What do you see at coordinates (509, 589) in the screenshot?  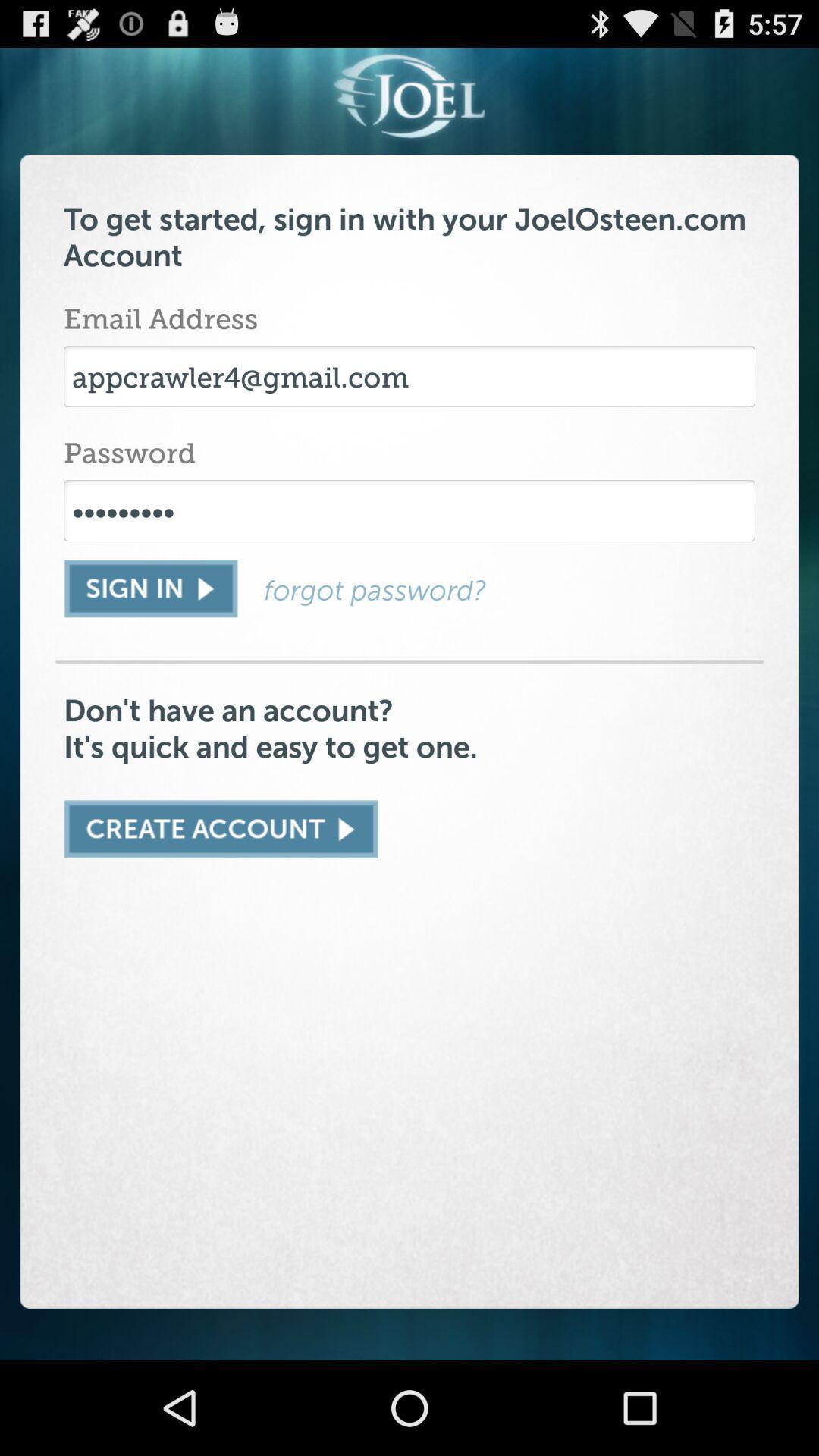 I see `the item below crowd3116` at bounding box center [509, 589].